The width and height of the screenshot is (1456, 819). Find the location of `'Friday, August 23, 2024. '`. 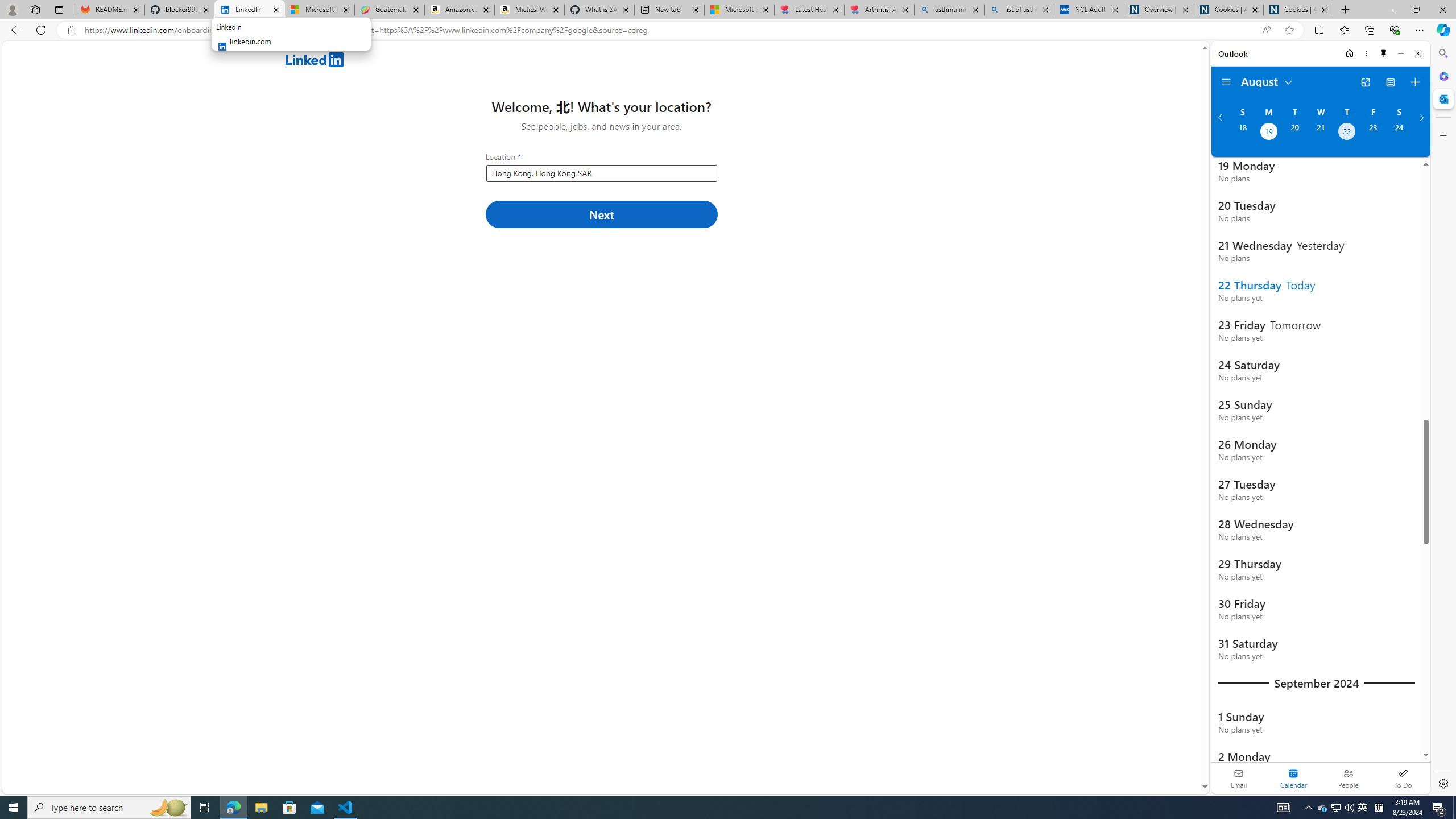

'Friday, August 23, 2024. ' is located at coordinates (1372, 133).